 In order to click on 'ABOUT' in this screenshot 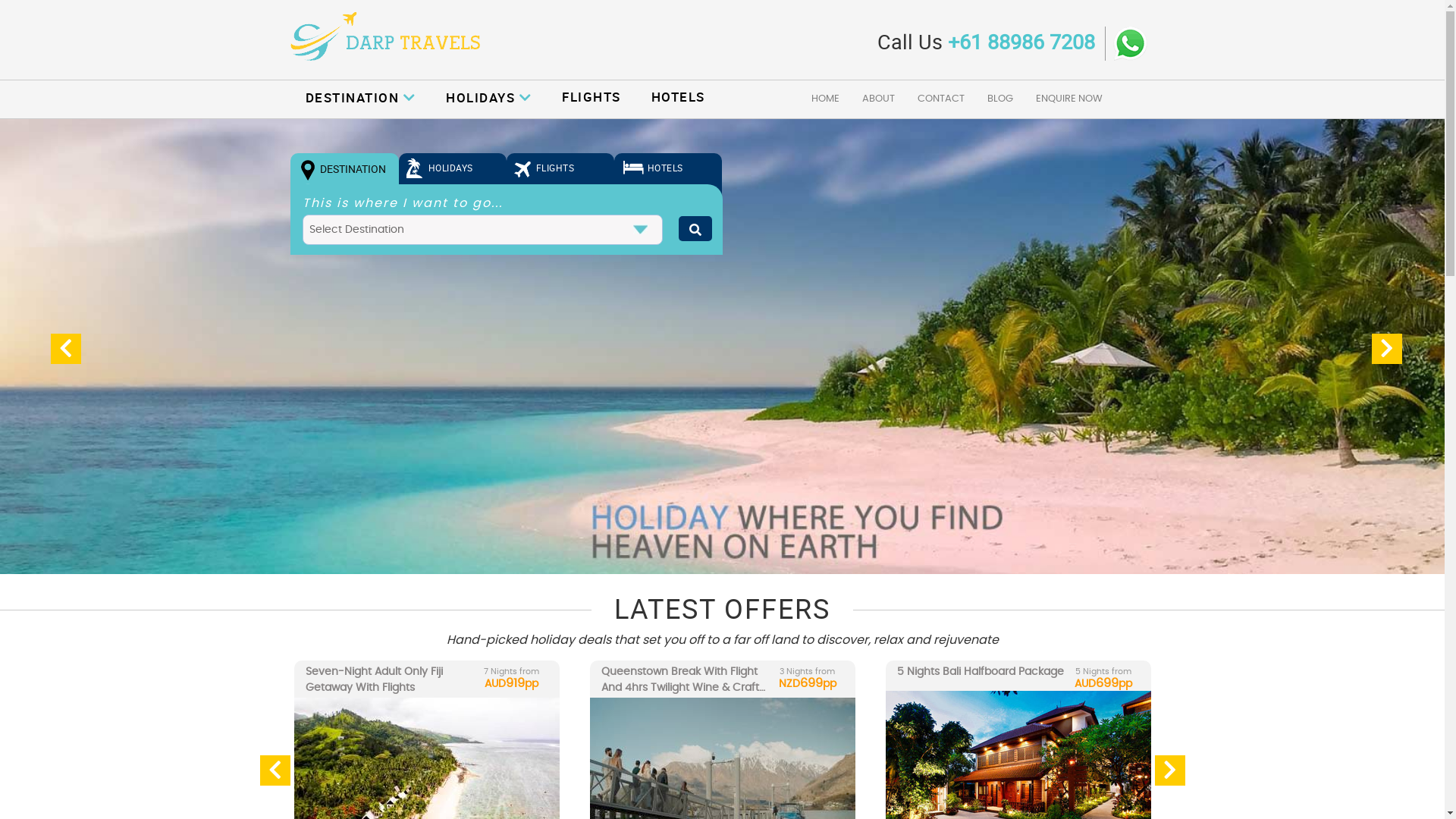, I will do `click(851, 99)`.